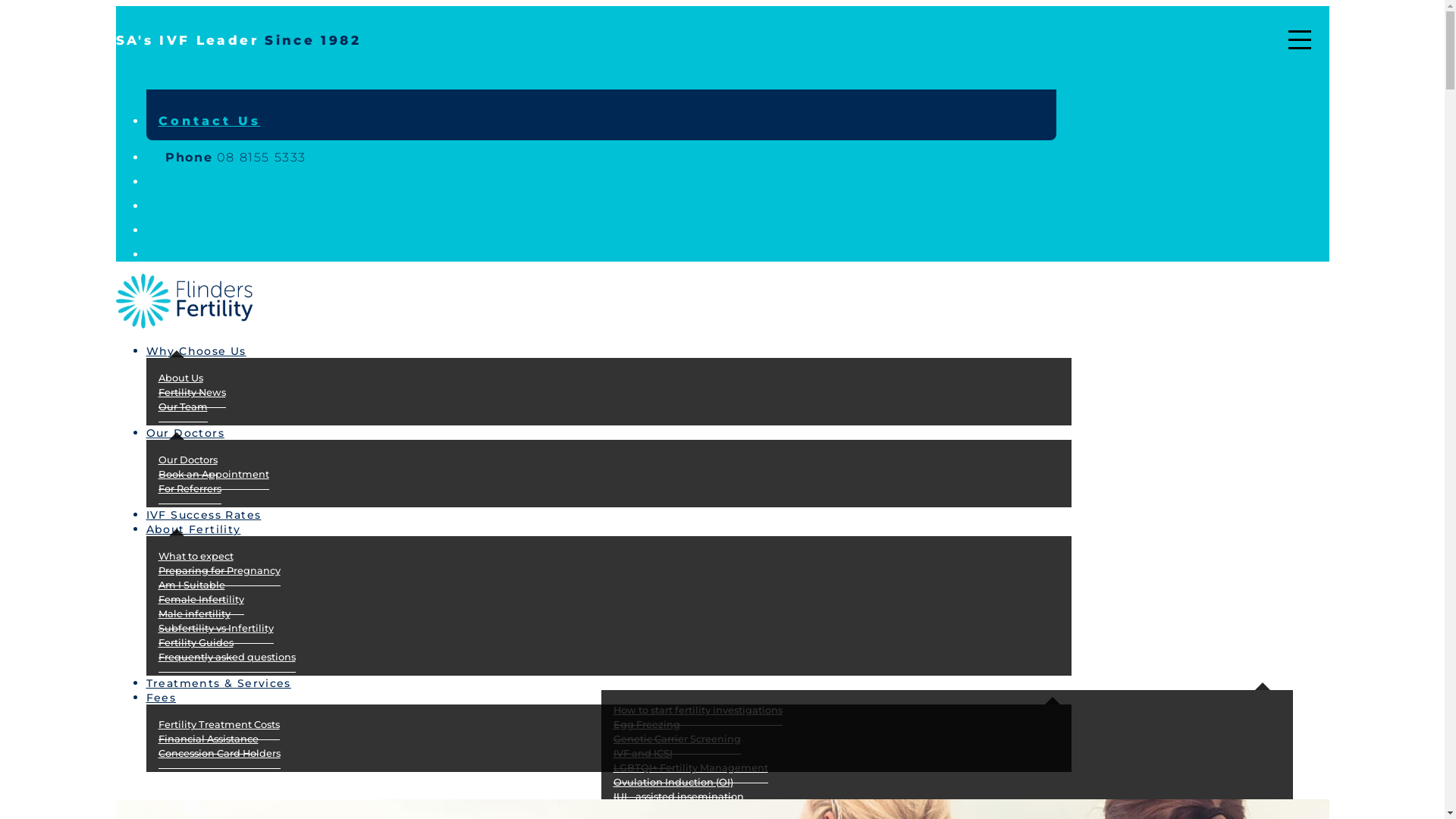 Image resolution: width=1456 pixels, height=819 pixels. Describe the element at coordinates (218, 724) in the screenshot. I see `'Fertility Treatment Costs'` at that location.